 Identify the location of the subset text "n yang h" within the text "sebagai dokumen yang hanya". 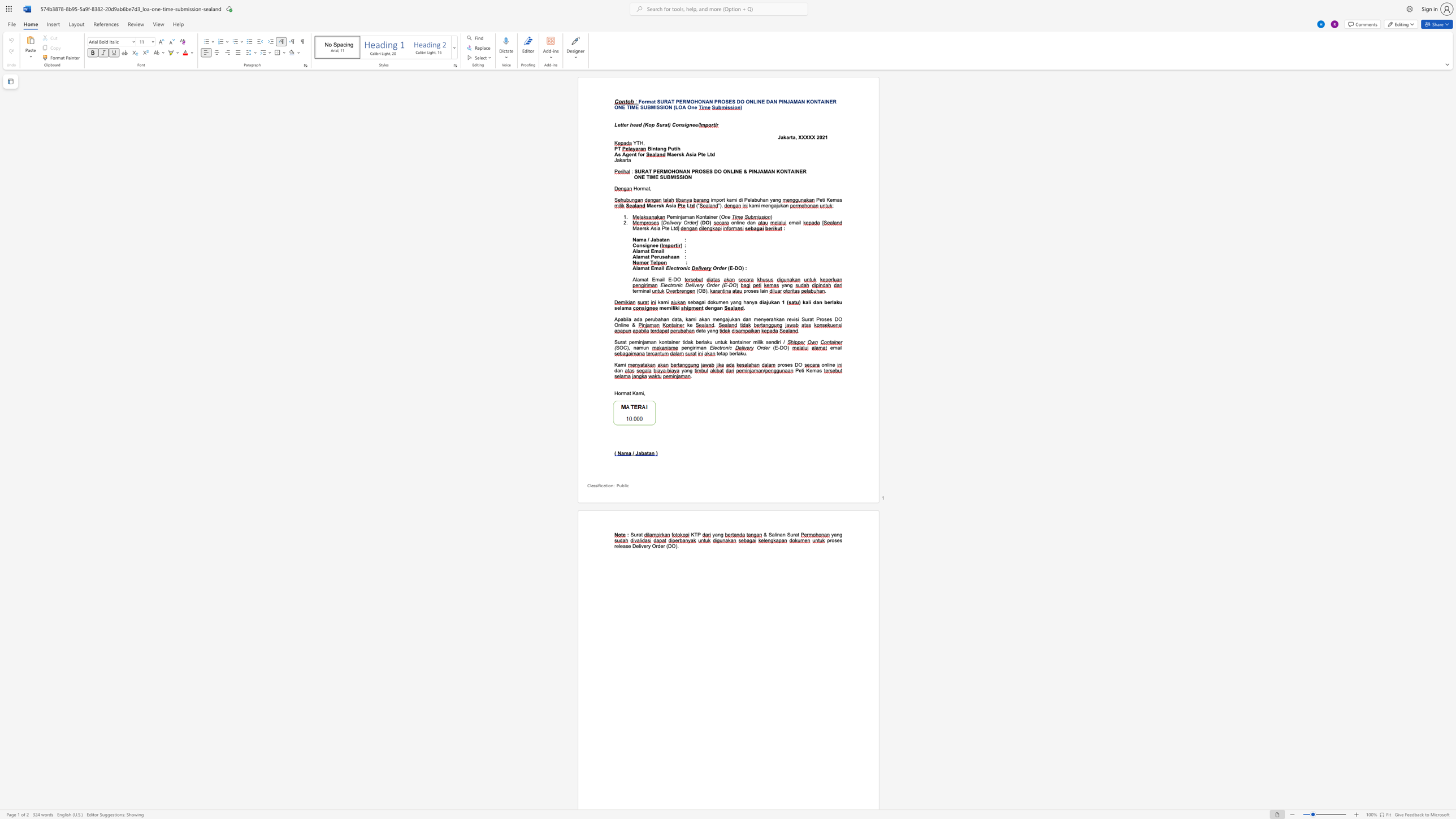
(725, 302).